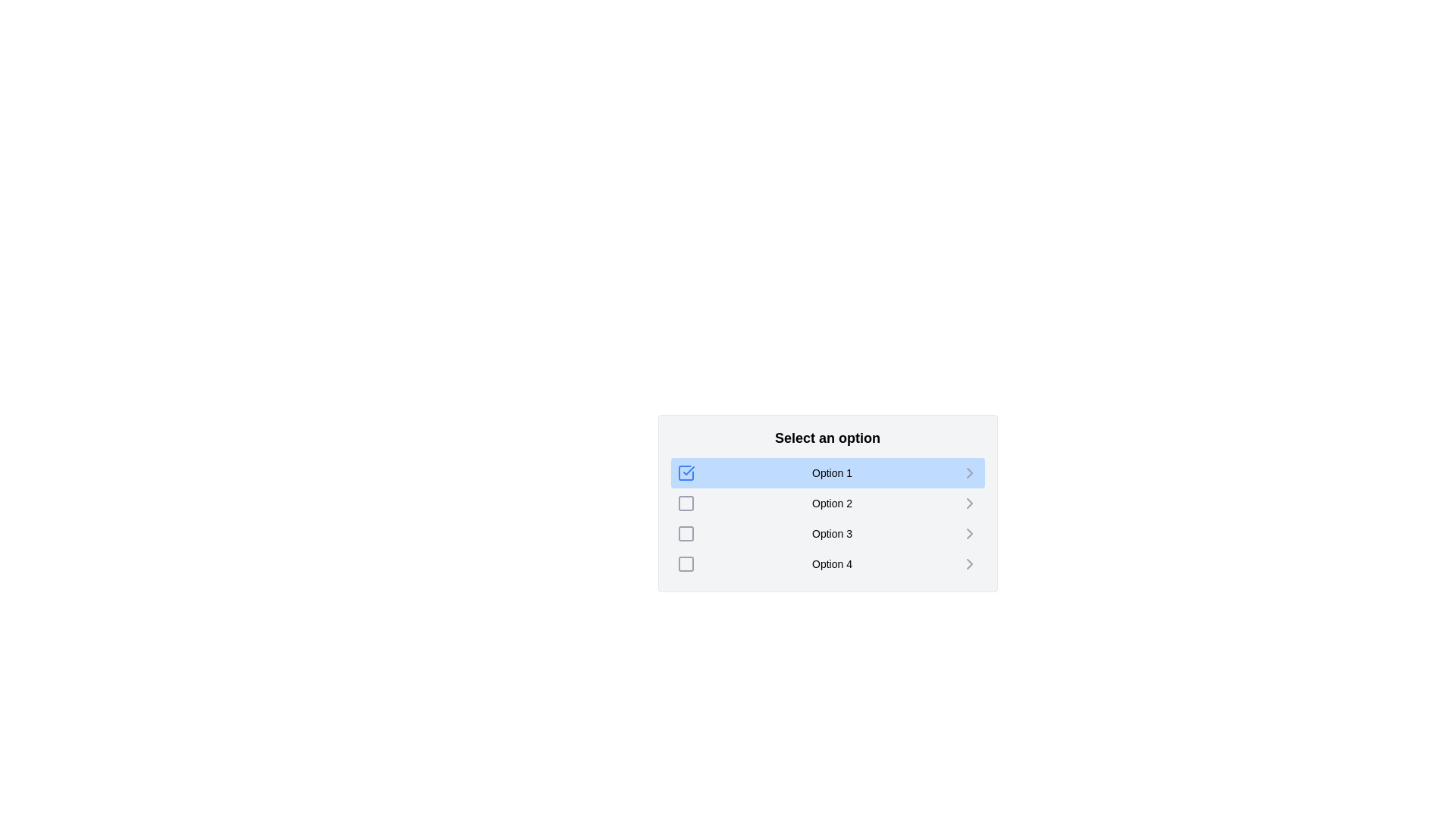 The image size is (1456, 819). Describe the element at coordinates (831, 503) in the screenshot. I see `the 'Option 2' text label, which is the second selectable option in the vertical list, positioned to the right of an icon and to the left of a right-pointing arrow` at that location.